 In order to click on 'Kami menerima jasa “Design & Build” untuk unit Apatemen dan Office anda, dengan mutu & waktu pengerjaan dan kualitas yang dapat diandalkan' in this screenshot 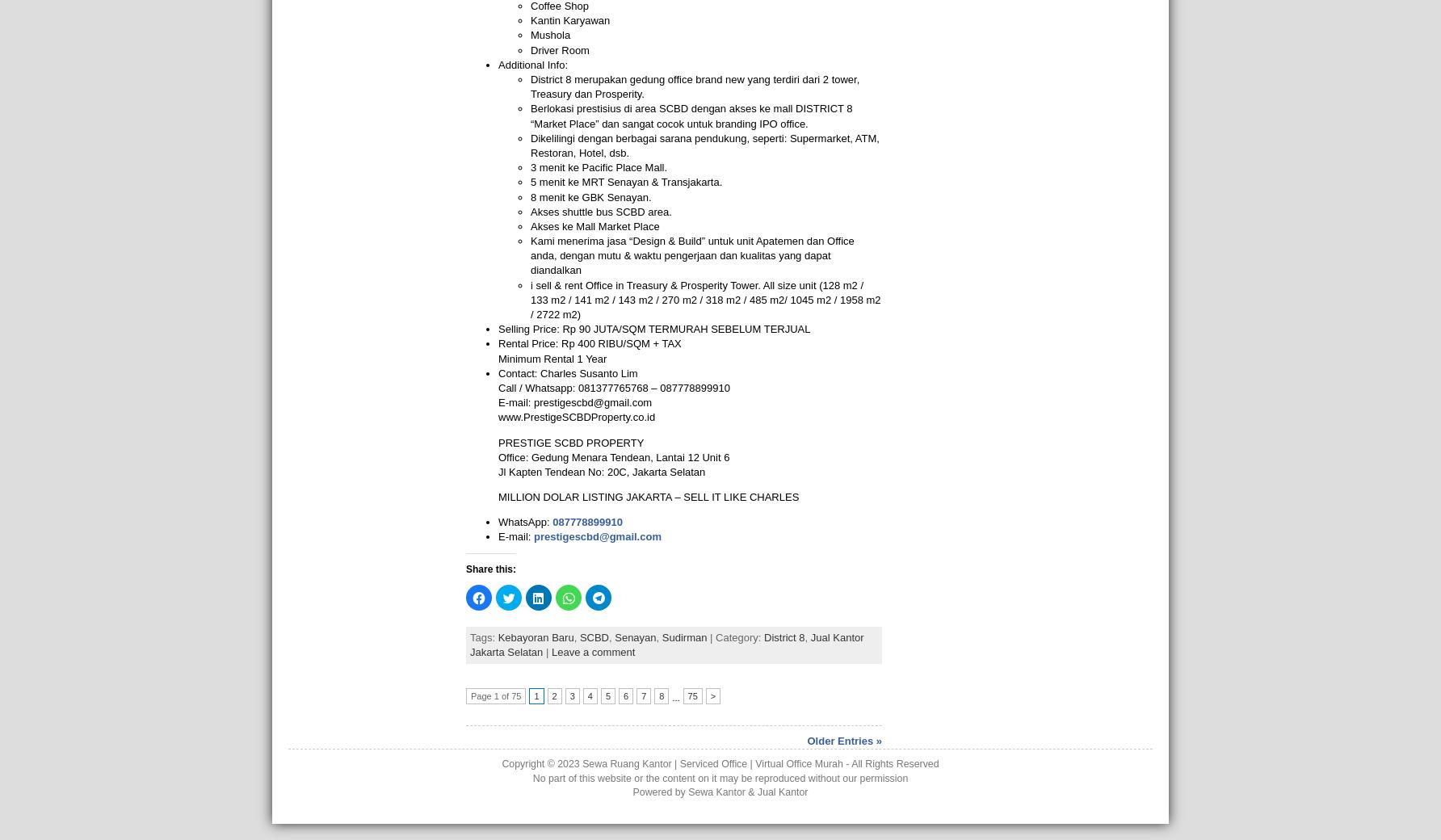, I will do `click(691, 254)`.